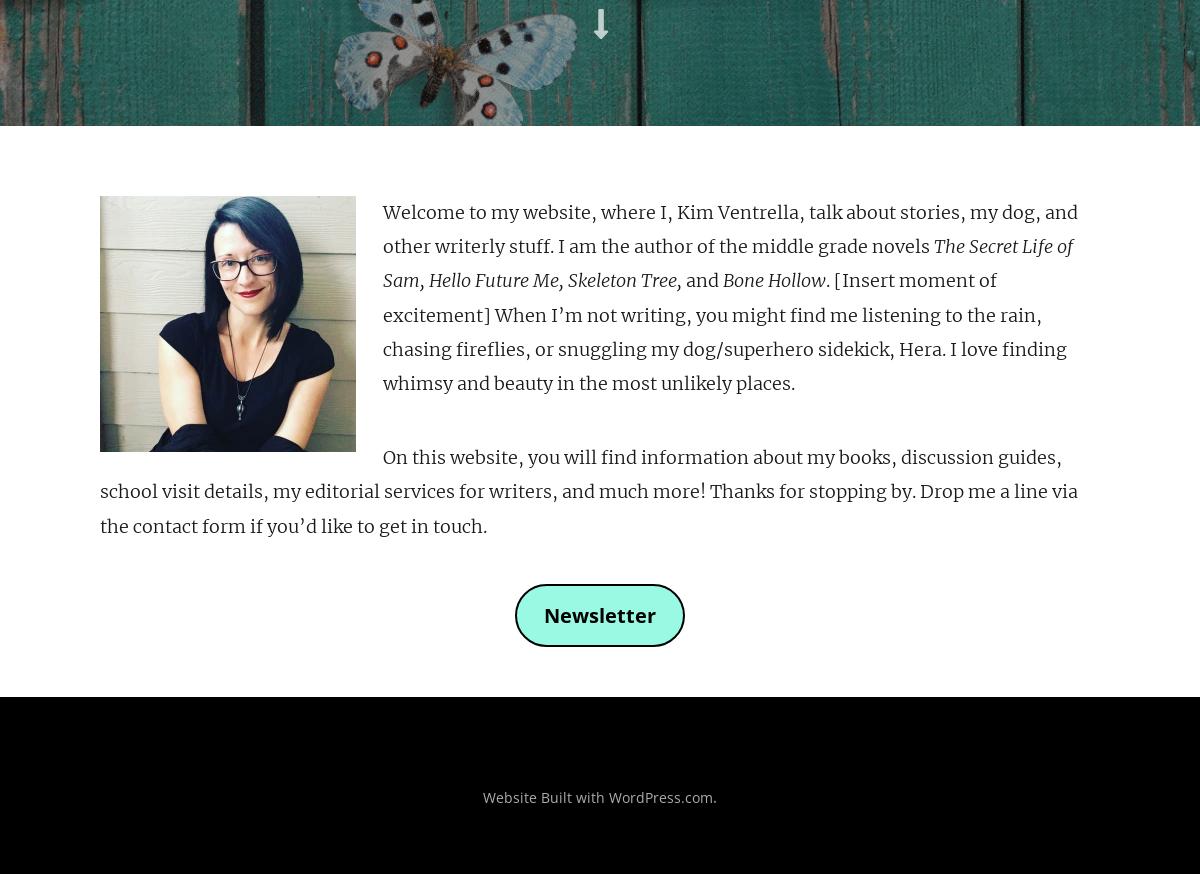 The width and height of the screenshot is (1200, 874). What do you see at coordinates (773, 280) in the screenshot?
I see `'Bone Hollow'` at bounding box center [773, 280].